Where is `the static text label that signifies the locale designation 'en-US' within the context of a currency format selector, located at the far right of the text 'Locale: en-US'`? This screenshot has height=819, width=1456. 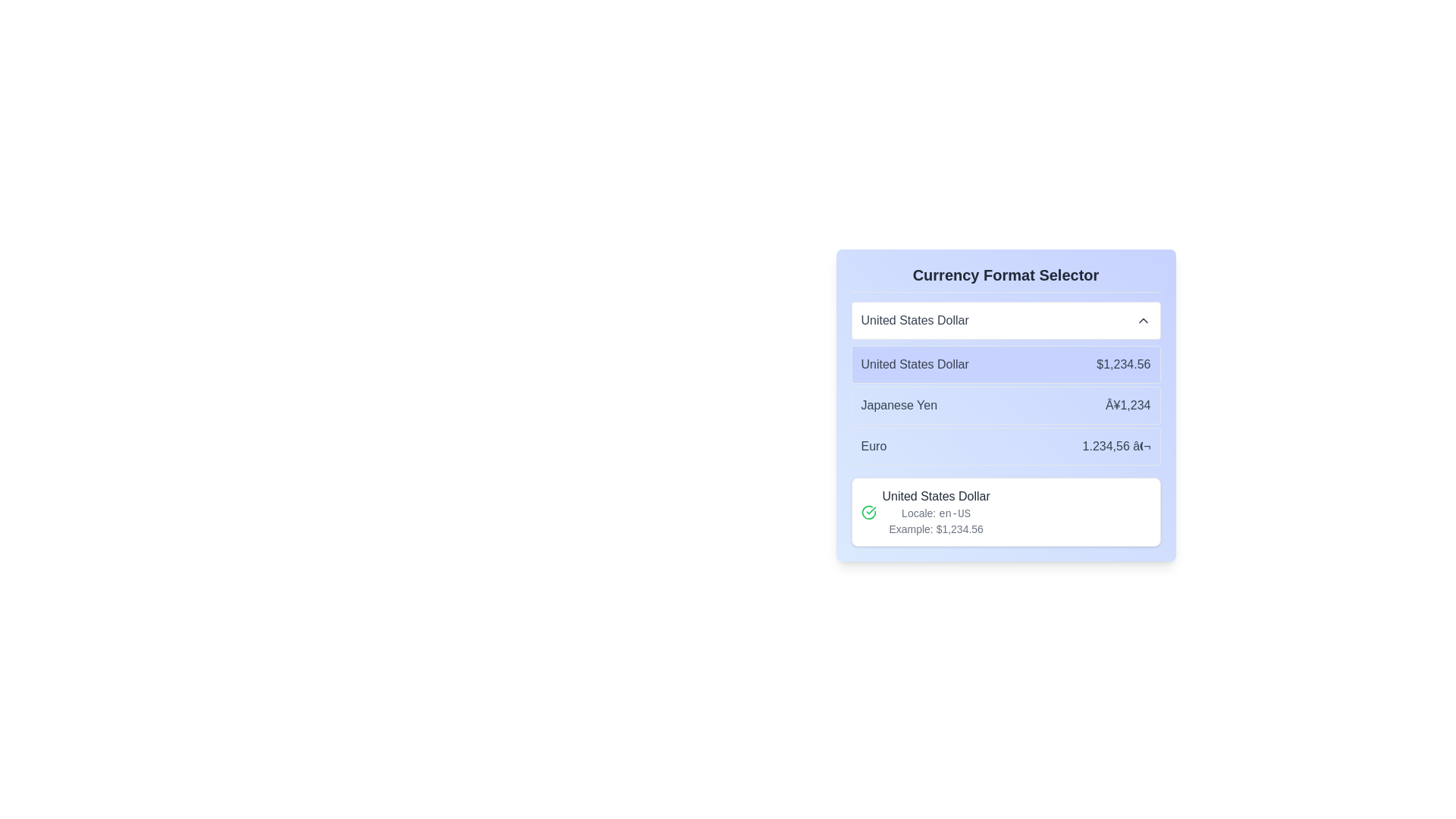 the static text label that signifies the locale designation 'en-US' within the context of a currency format selector, located at the far right of the text 'Locale: en-US' is located at coordinates (954, 513).